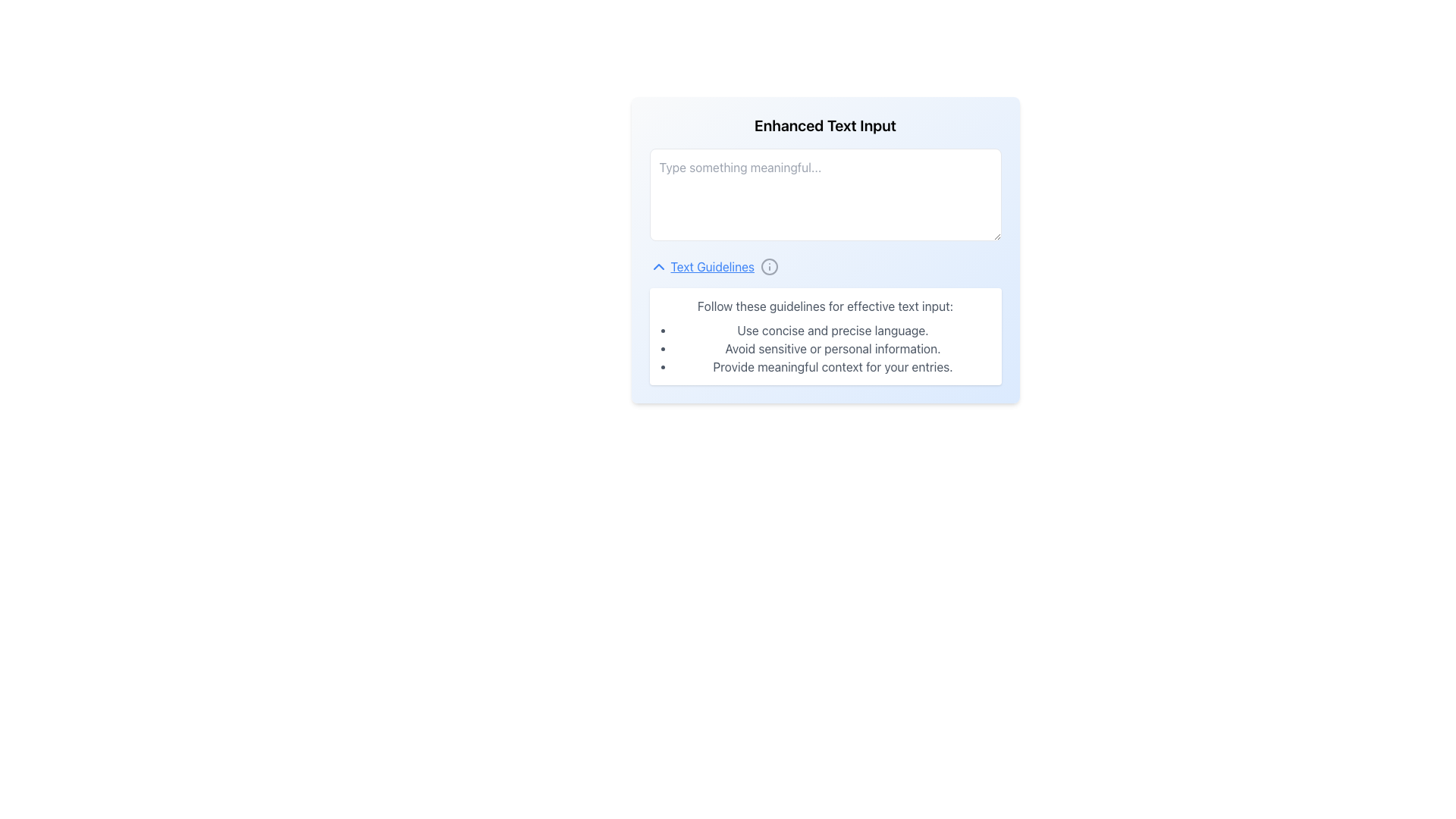  I want to click on the first list item that provides instructional guidelines for enhancing text input, located below the heading 'Follow these guidelines for effective text input:', so click(832, 329).